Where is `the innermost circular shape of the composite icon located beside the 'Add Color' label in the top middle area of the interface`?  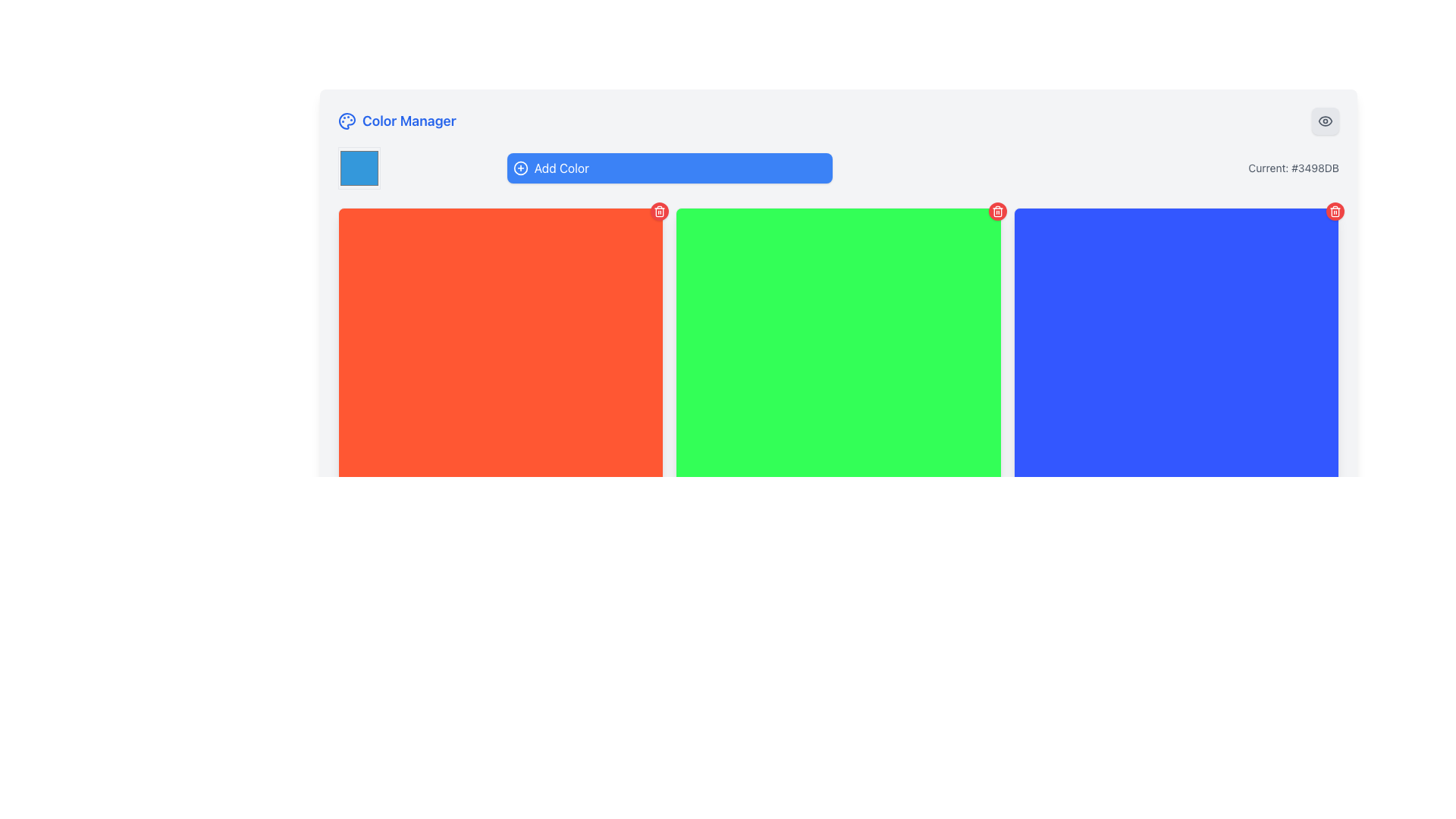 the innermost circular shape of the composite icon located beside the 'Add Color' label in the top middle area of the interface is located at coordinates (520, 168).